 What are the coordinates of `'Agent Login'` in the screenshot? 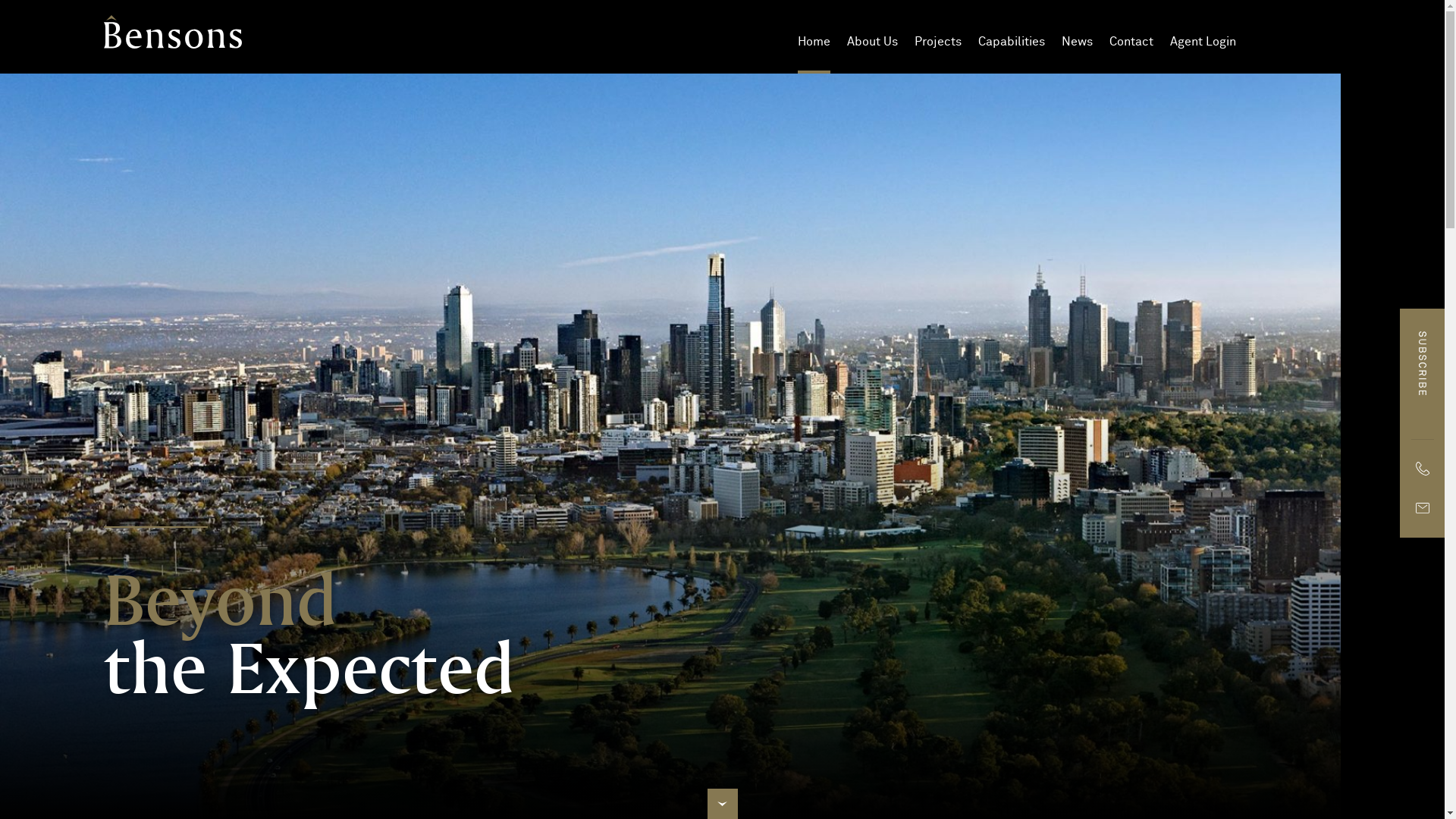 It's located at (1169, 40).